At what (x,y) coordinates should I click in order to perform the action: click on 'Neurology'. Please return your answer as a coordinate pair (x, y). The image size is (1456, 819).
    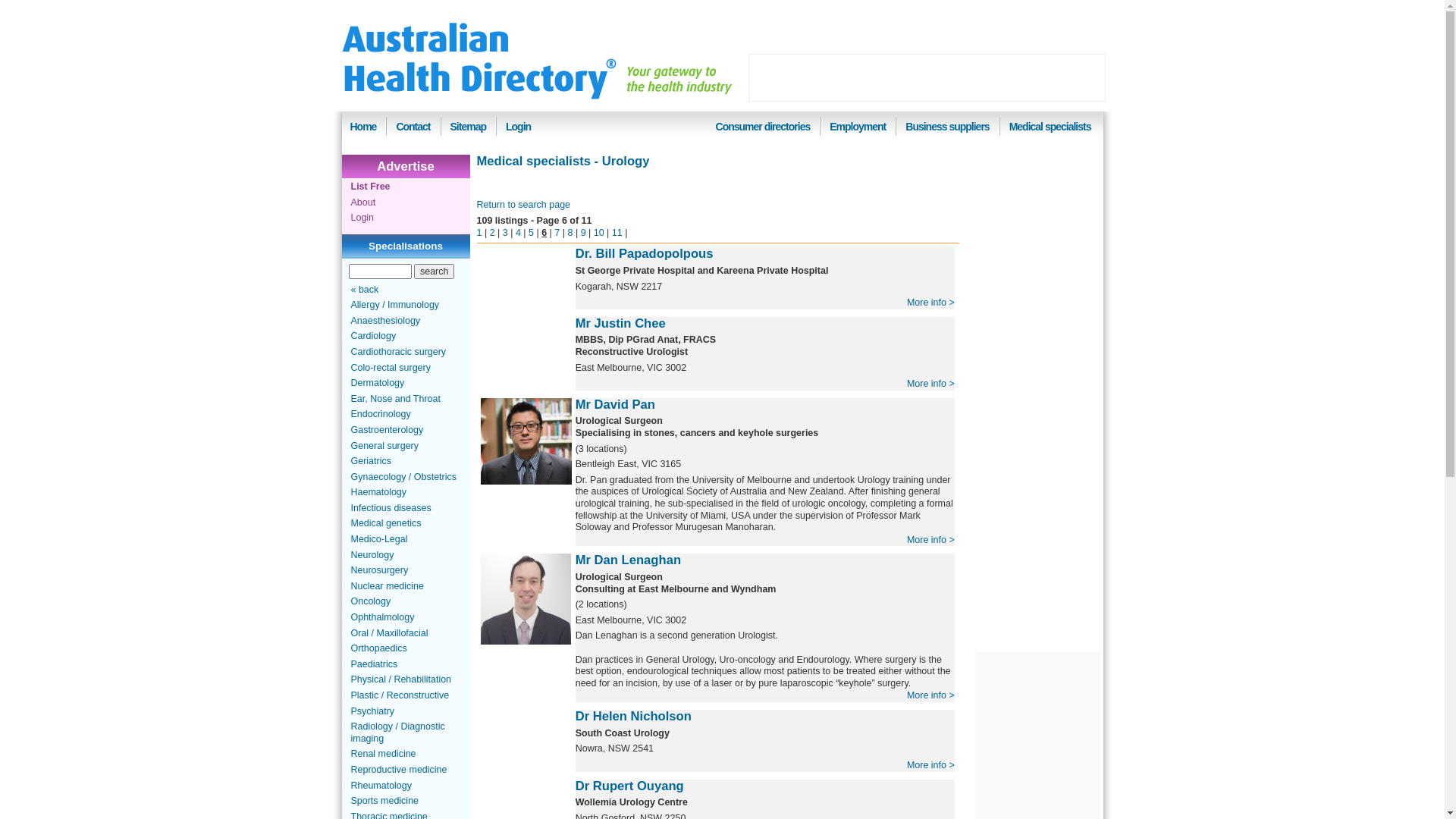
    Looking at the image, I should click on (372, 555).